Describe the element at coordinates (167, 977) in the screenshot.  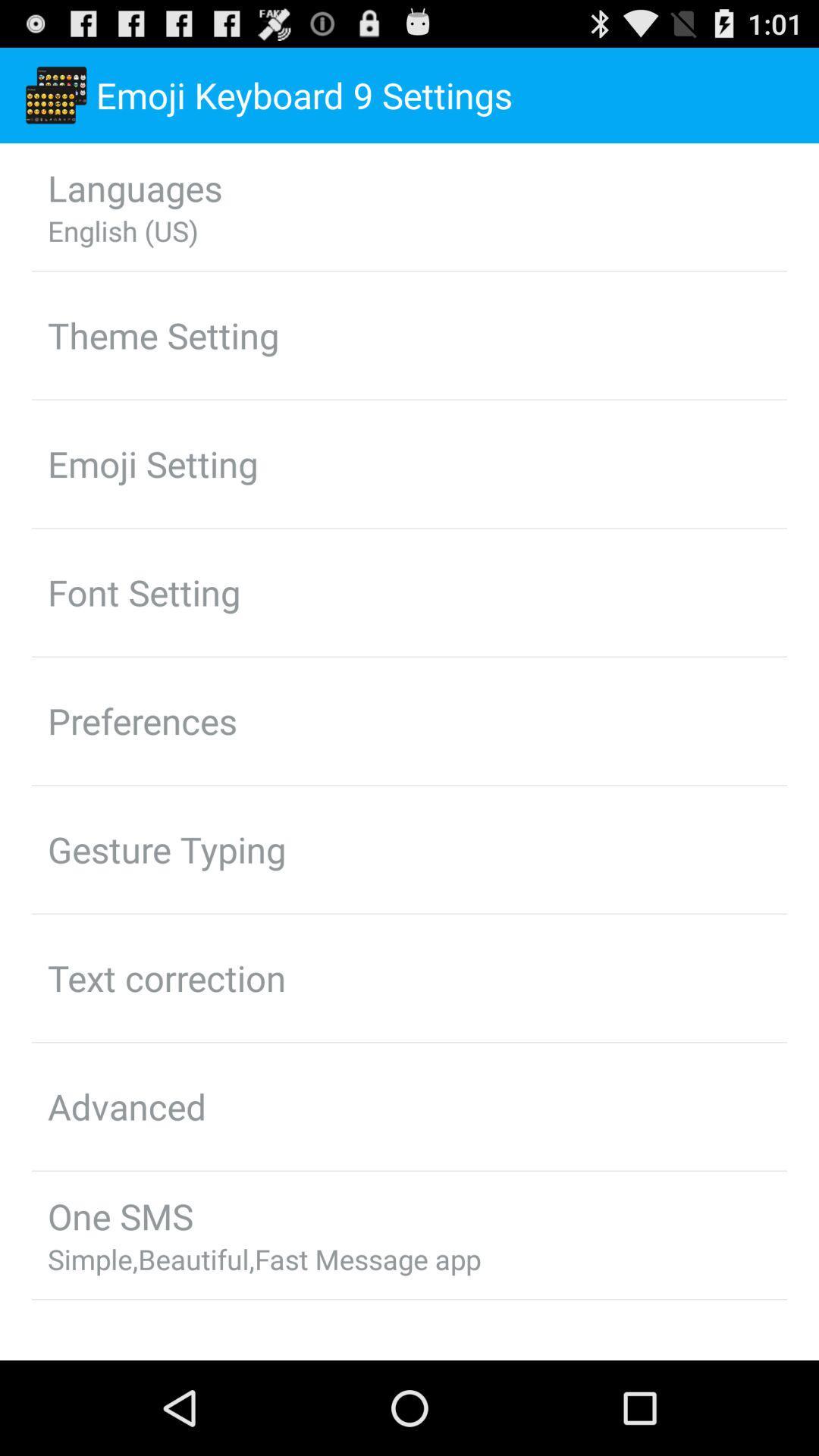
I see `item below gesture typing icon` at that location.